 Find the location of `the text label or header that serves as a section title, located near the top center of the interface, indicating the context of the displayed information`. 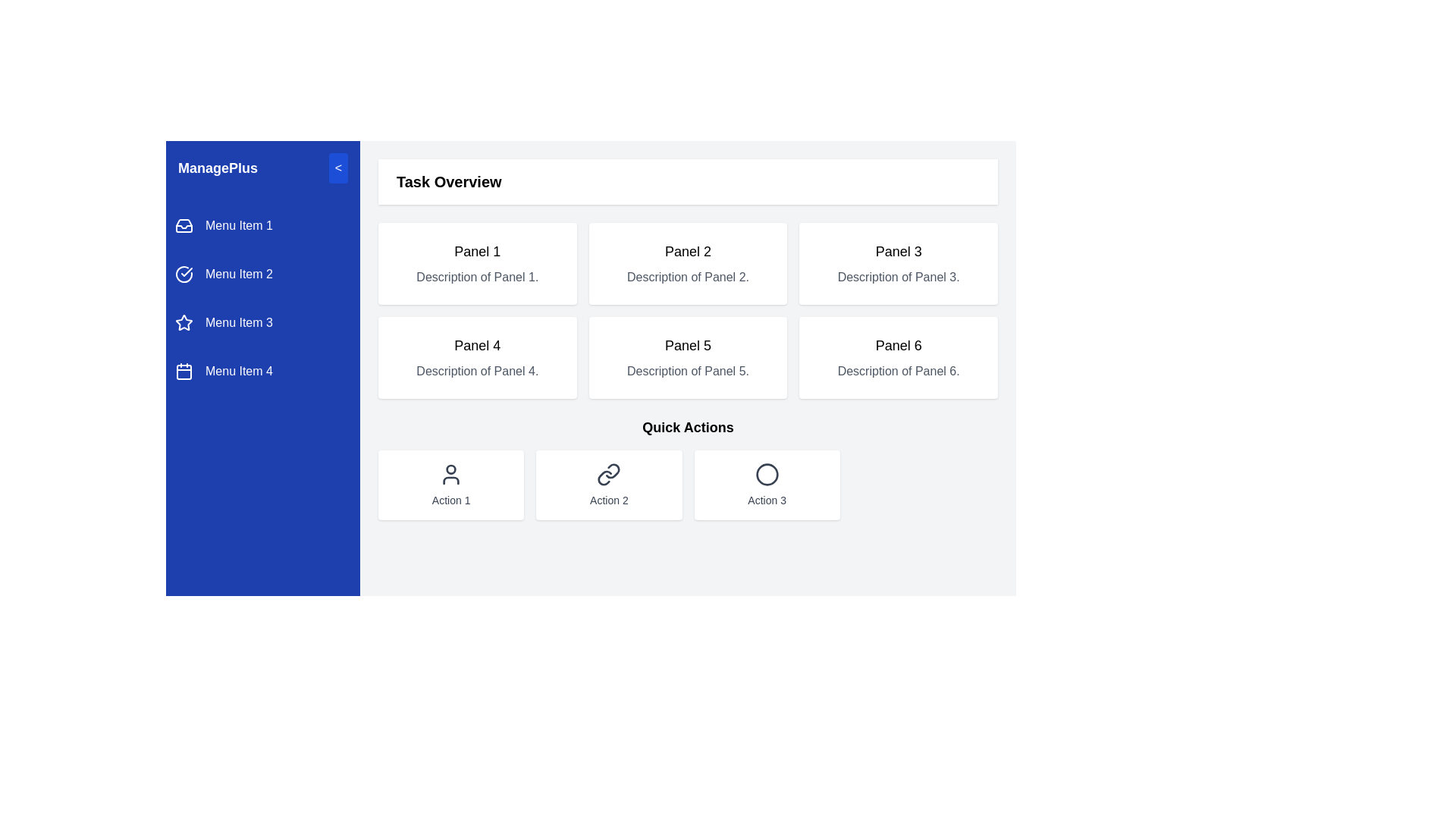

the text label or header that serves as a section title, located near the top center of the interface, indicating the context of the displayed information is located at coordinates (448, 180).